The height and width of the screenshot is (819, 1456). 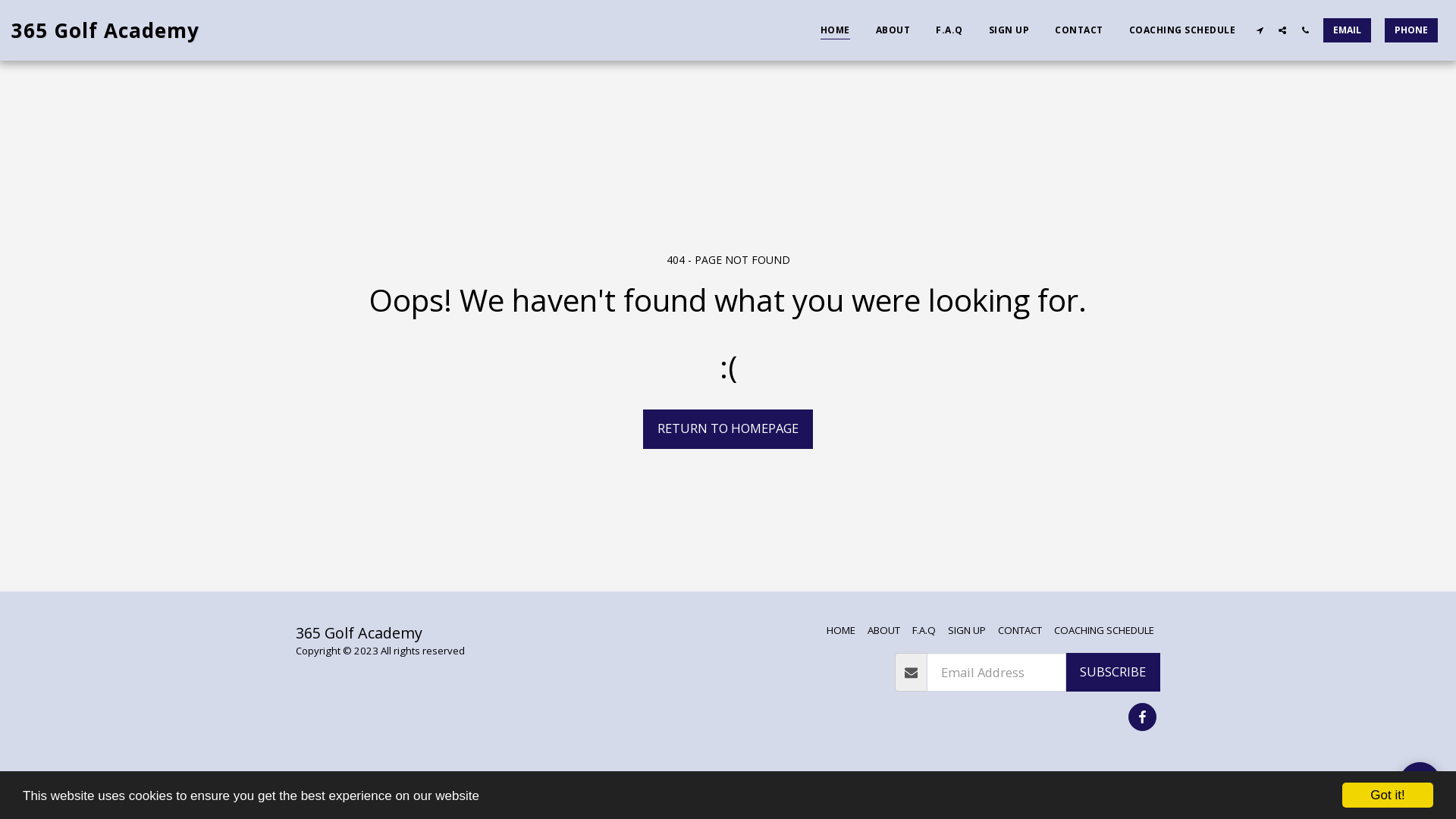 I want to click on ' ', so click(x=1281, y=30).